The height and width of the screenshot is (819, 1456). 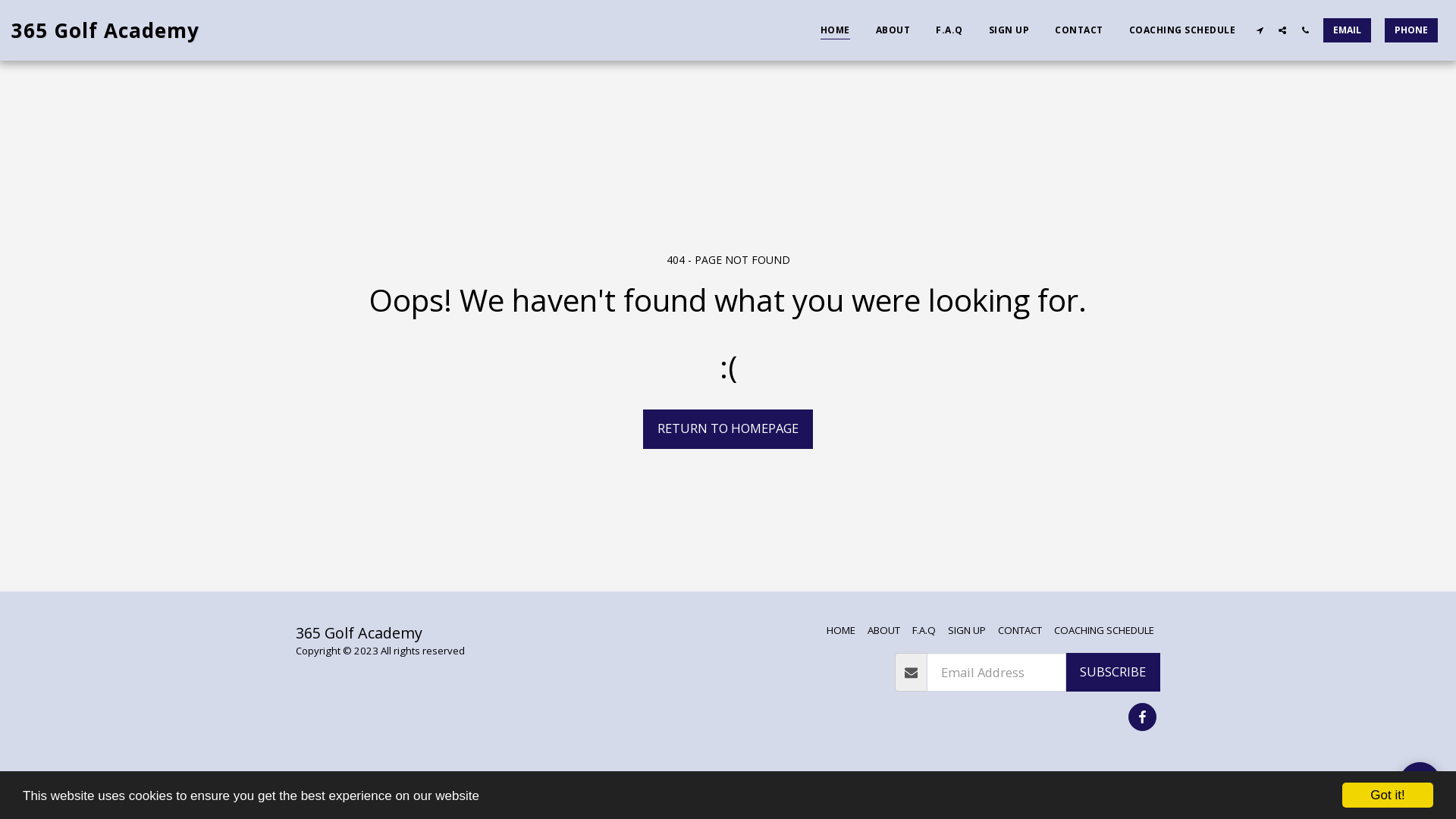 I want to click on ' ', so click(x=1281, y=30).